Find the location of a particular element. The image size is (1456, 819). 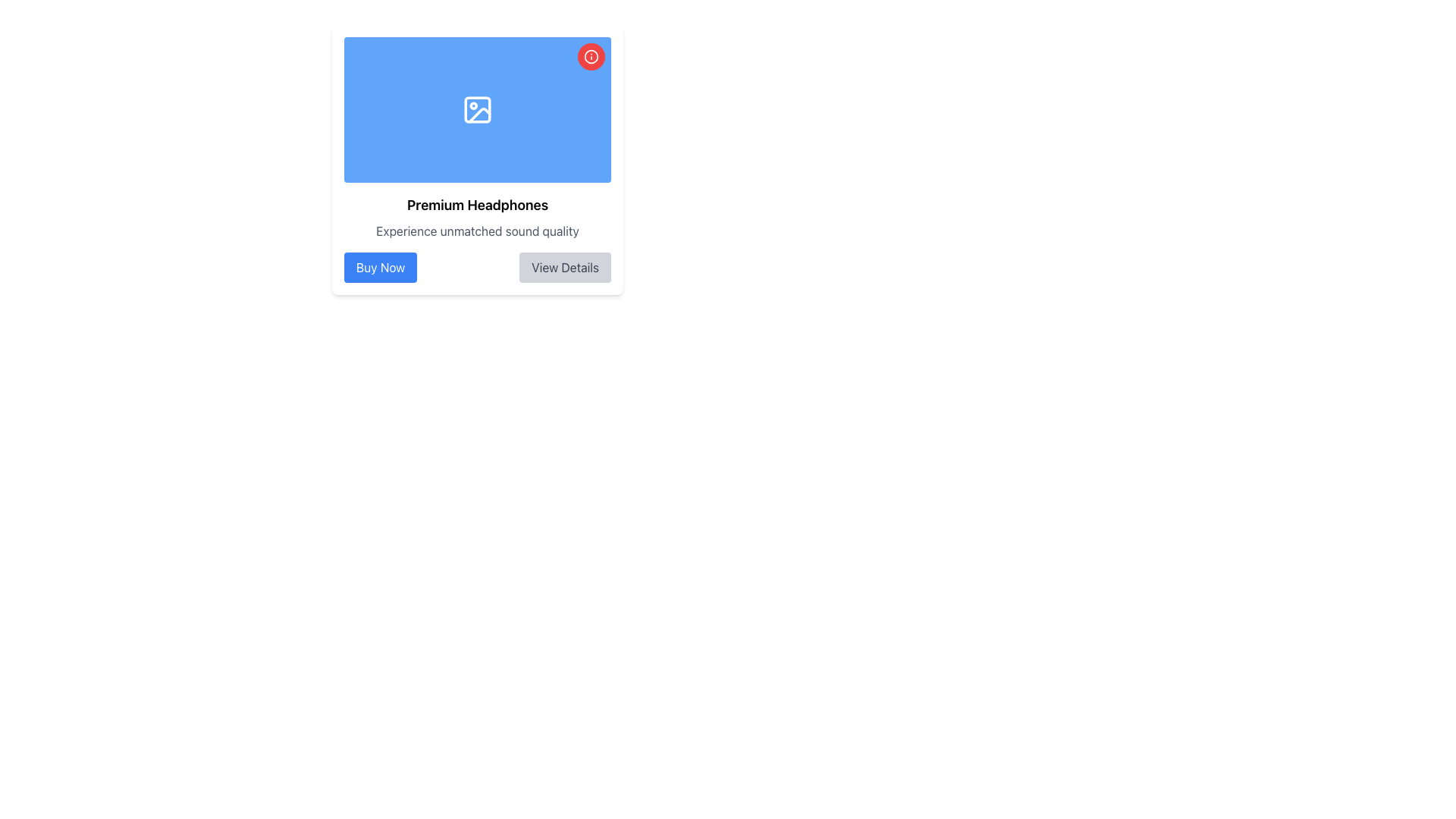

the Text Label that serves as a title or header for the associated product, which is centrally positioned and above the descriptive text 'Experience unmatched sound quality' is located at coordinates (476, 205).